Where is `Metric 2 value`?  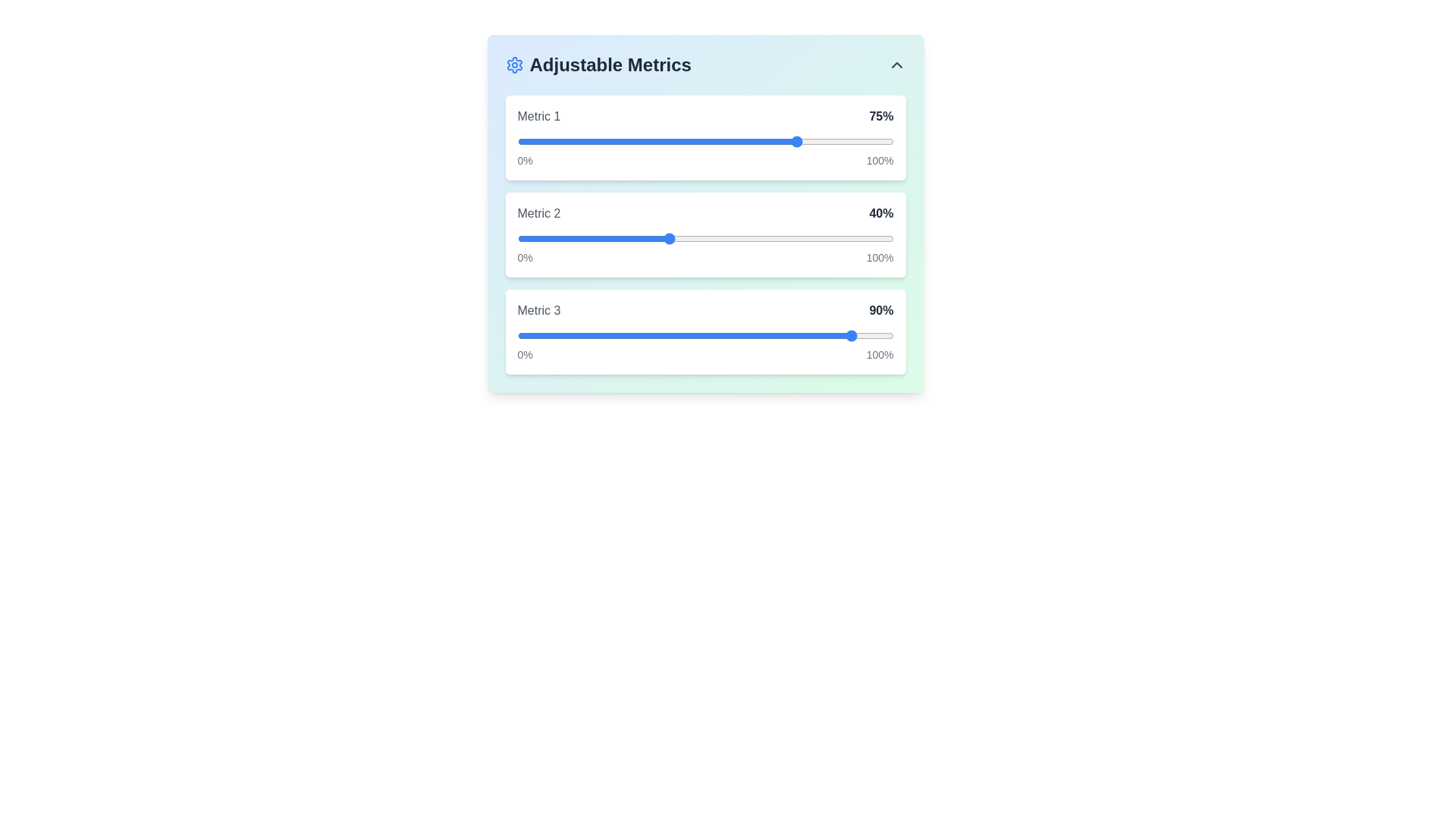 Metric 2 value is located at coordinates (874, 239).